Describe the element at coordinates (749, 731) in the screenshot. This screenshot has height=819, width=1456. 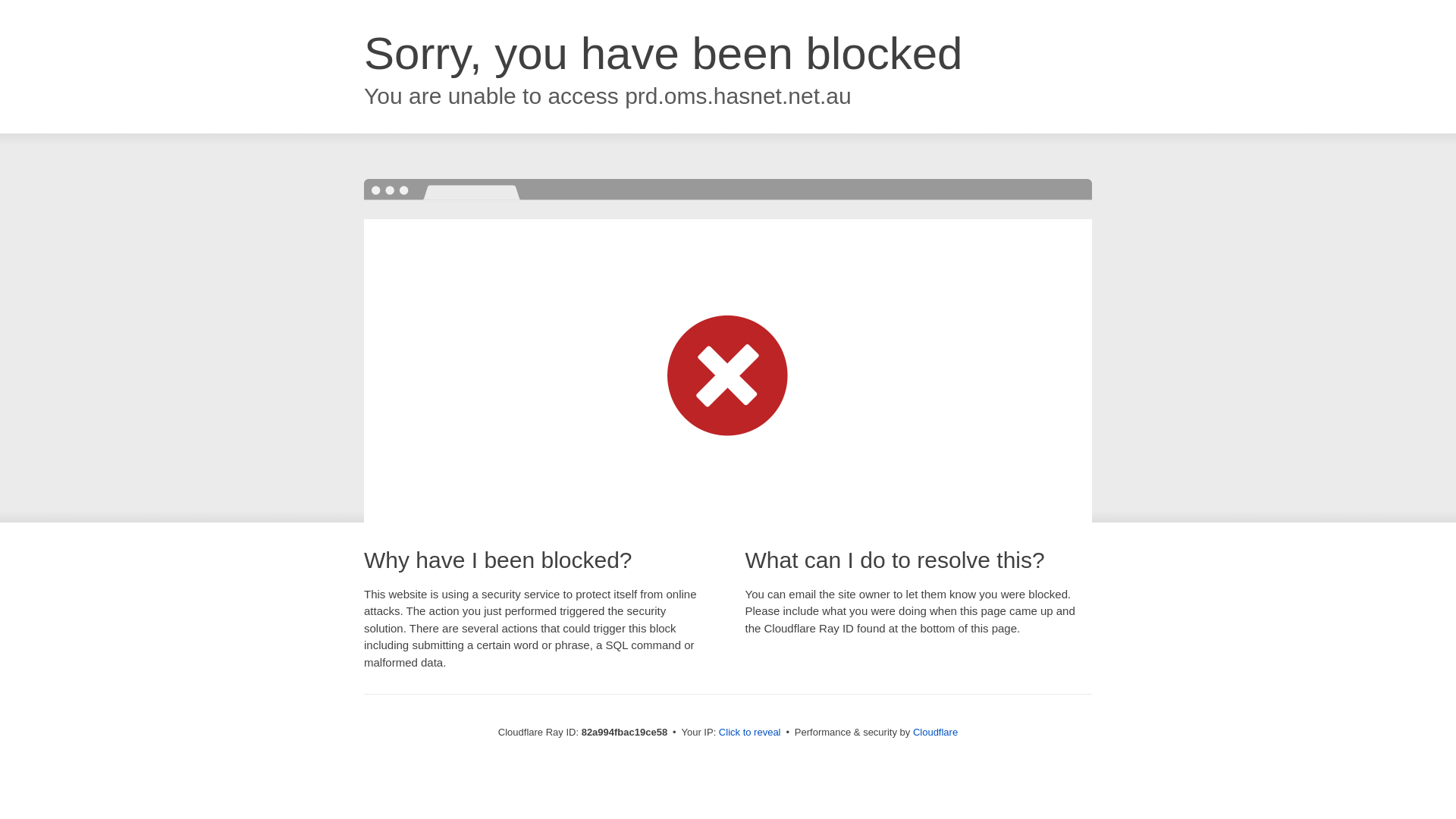
I see `'Click to reveal'` at that location.